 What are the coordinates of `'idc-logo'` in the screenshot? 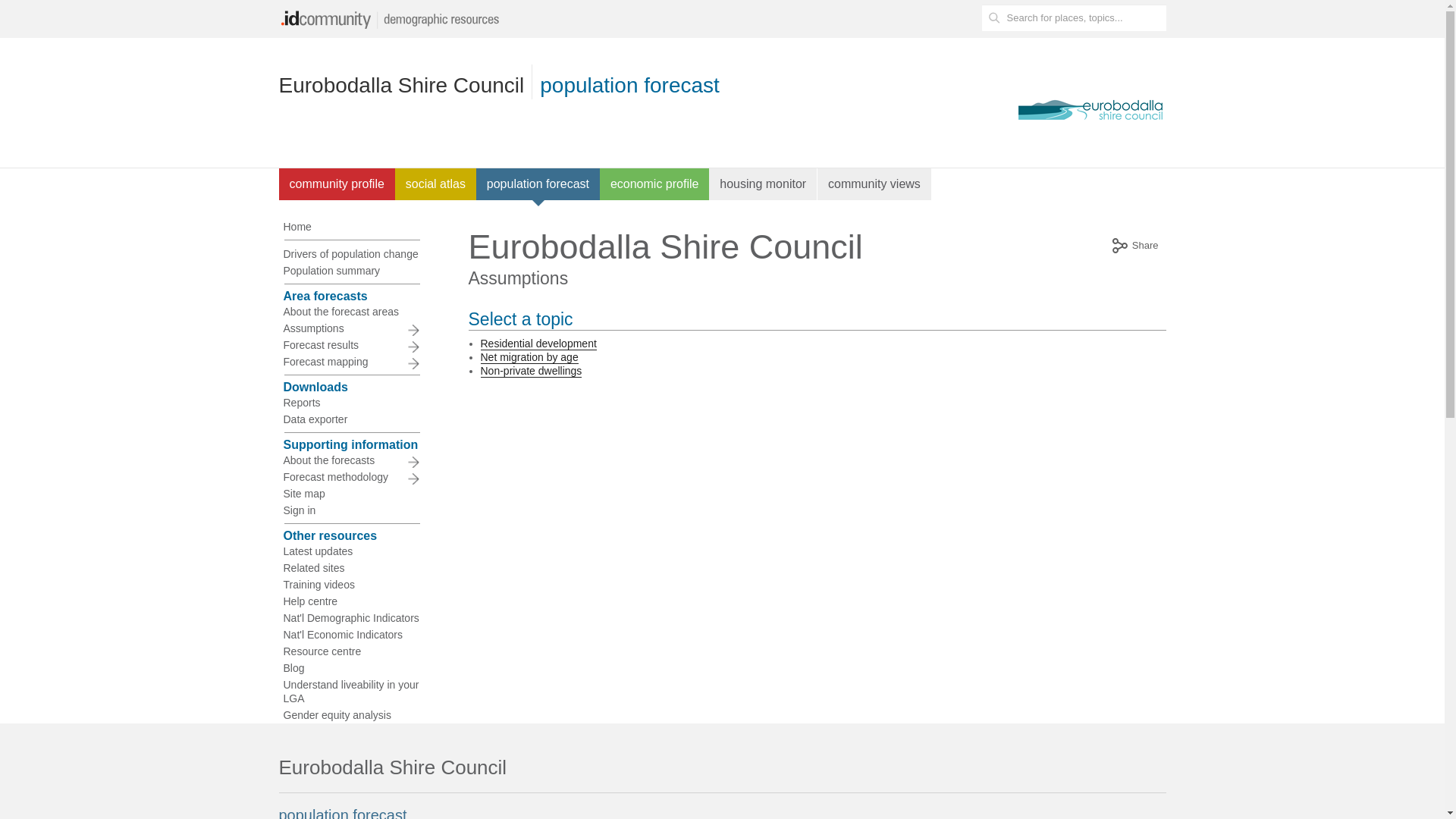 It's located at (393, 18).